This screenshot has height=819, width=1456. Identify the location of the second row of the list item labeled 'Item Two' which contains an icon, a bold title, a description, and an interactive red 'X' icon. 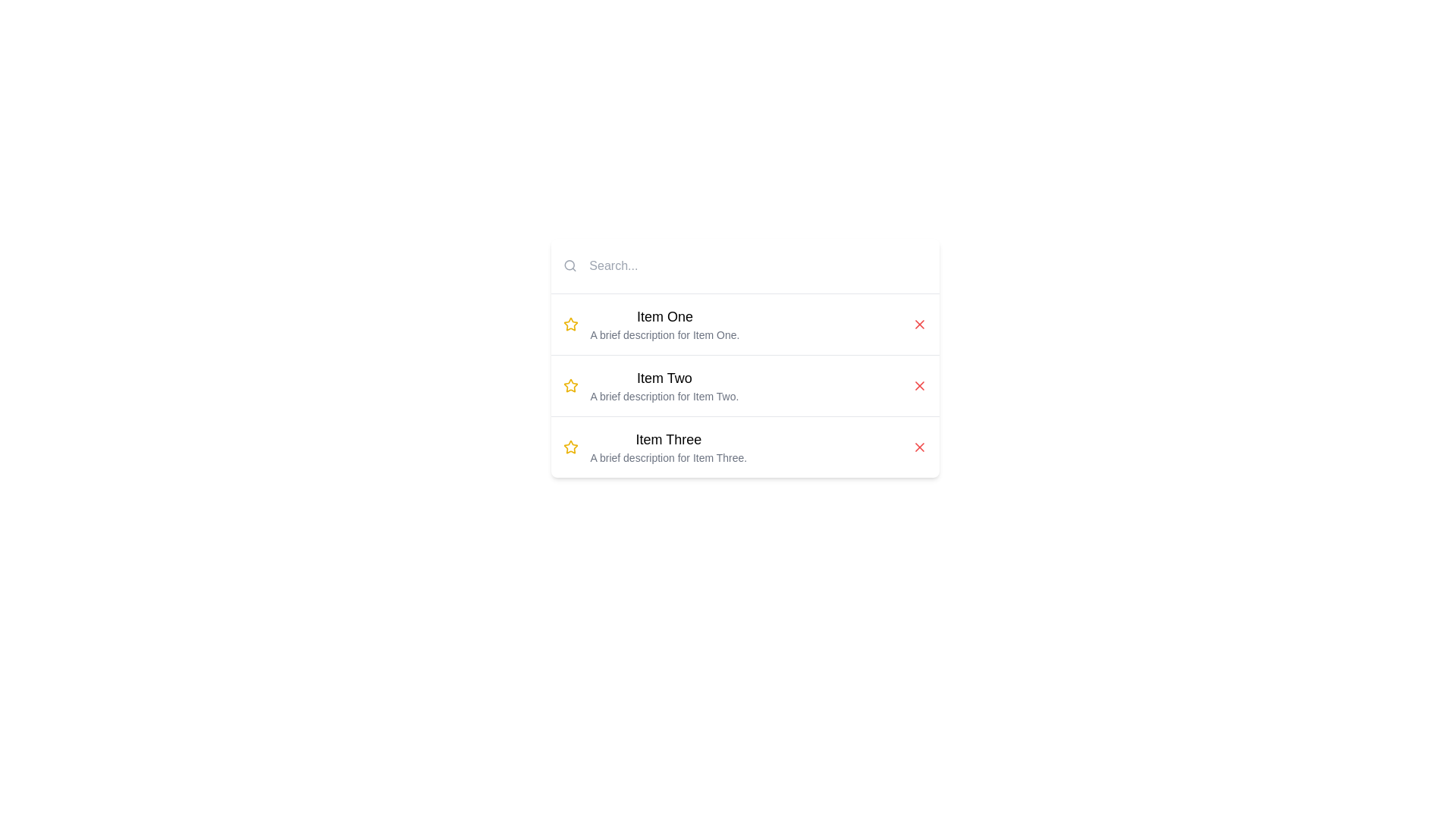
(745, 384).